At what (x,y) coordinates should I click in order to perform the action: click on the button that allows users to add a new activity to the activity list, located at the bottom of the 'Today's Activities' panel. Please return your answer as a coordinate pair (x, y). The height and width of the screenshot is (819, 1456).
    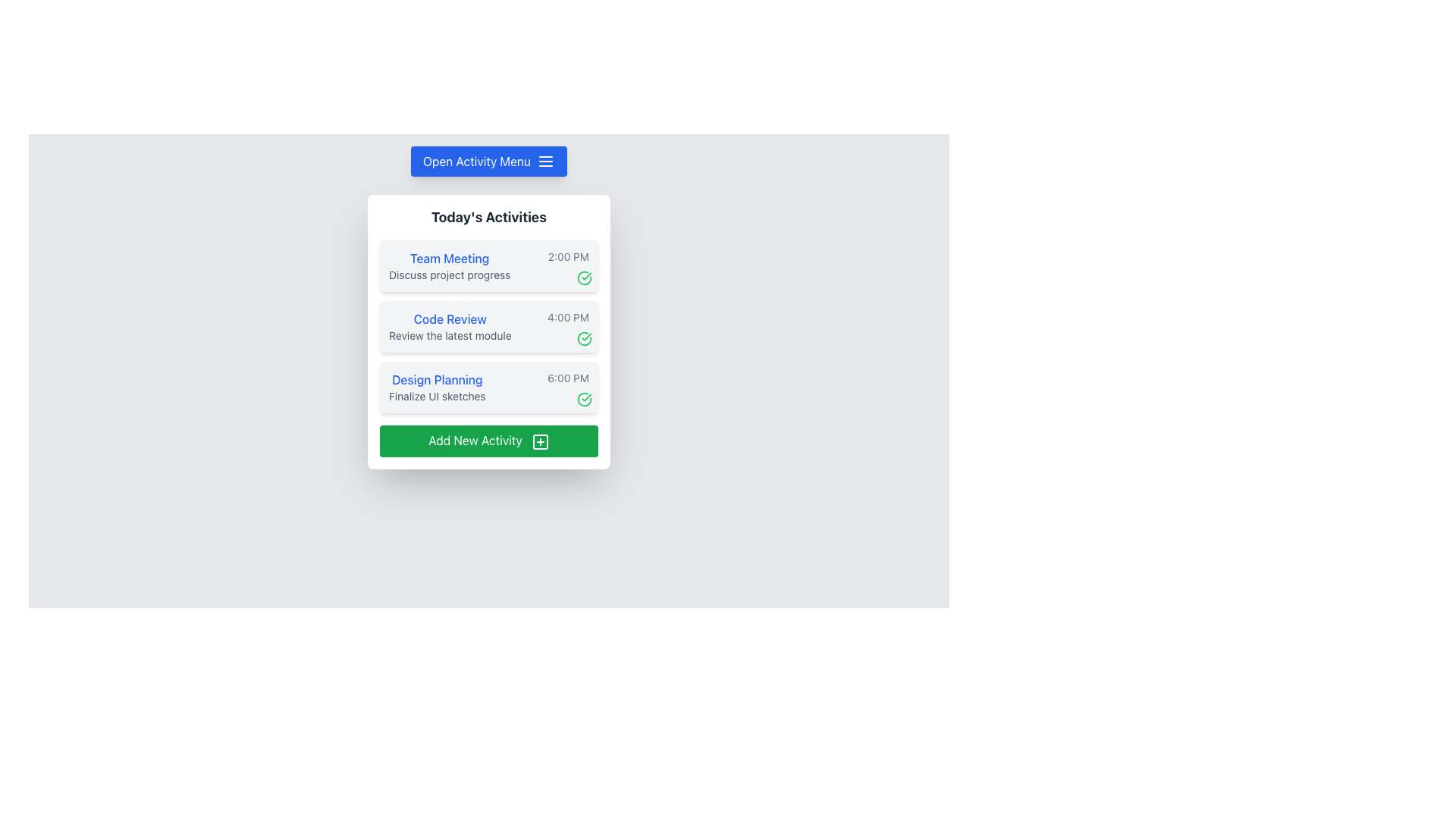
    Looking at the image, I should click on (488, 441).